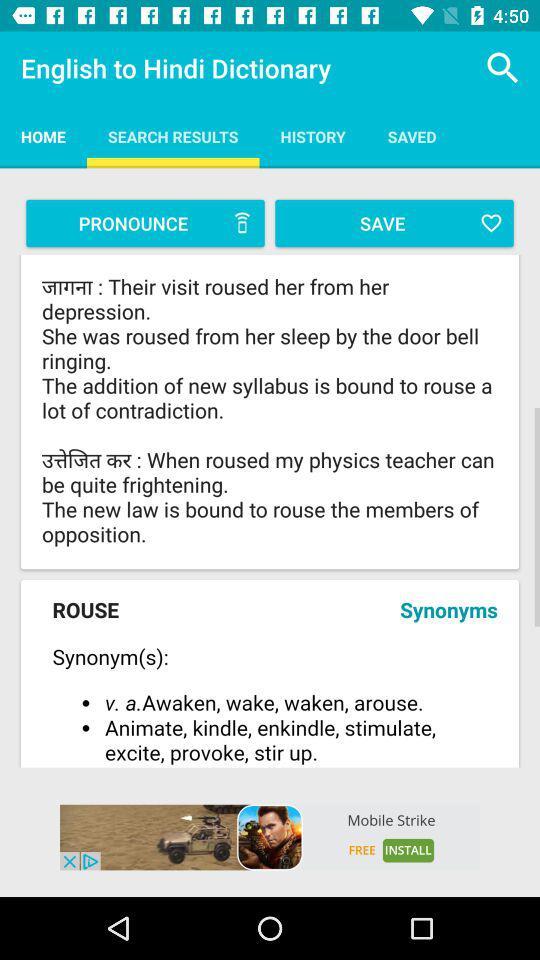 Image resolution: width=540 pixels, height=960 pixels. What do you see at coordinates (394, 223) in the screenshot?
I see `option right to pronounce option` at bounding box center [394, 223].